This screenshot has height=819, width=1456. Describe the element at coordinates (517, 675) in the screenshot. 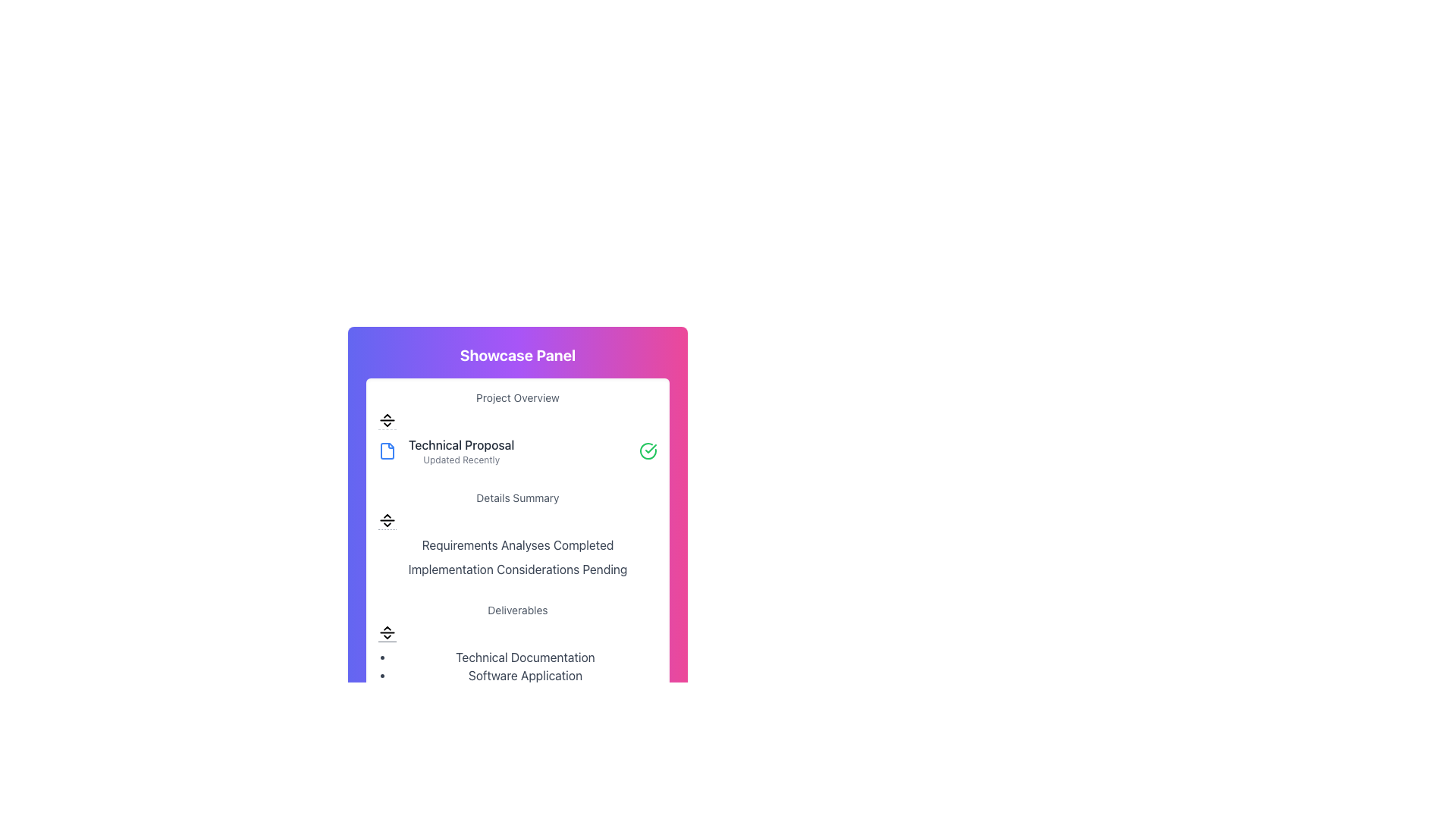

I see `the bulleted list element containing 'Technical Documentation', 'Software Application', and 'User Training Material' located below the 'Deliverables' section` at that location.